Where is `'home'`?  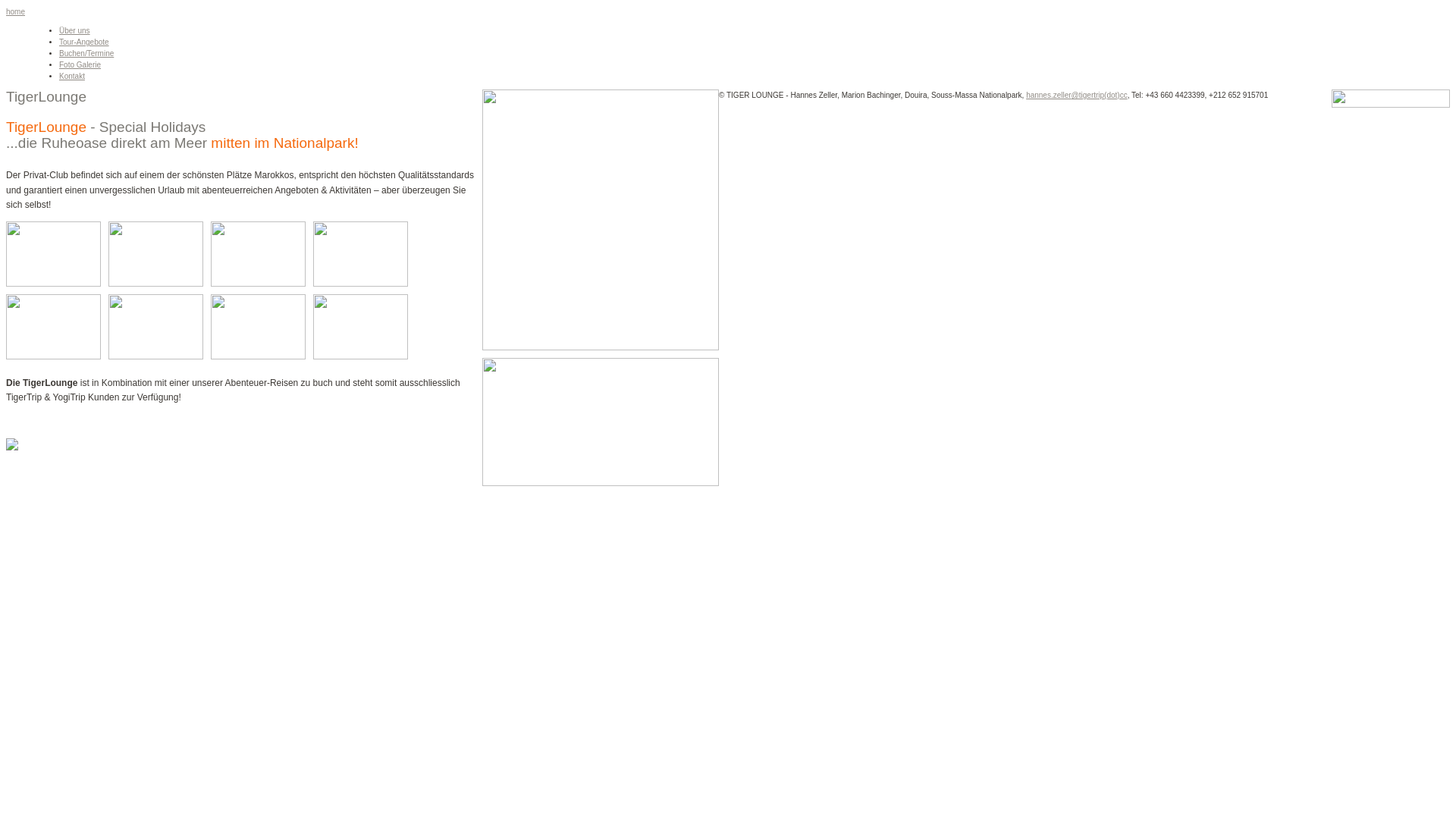 'home' is located at coordinates (6, 11).